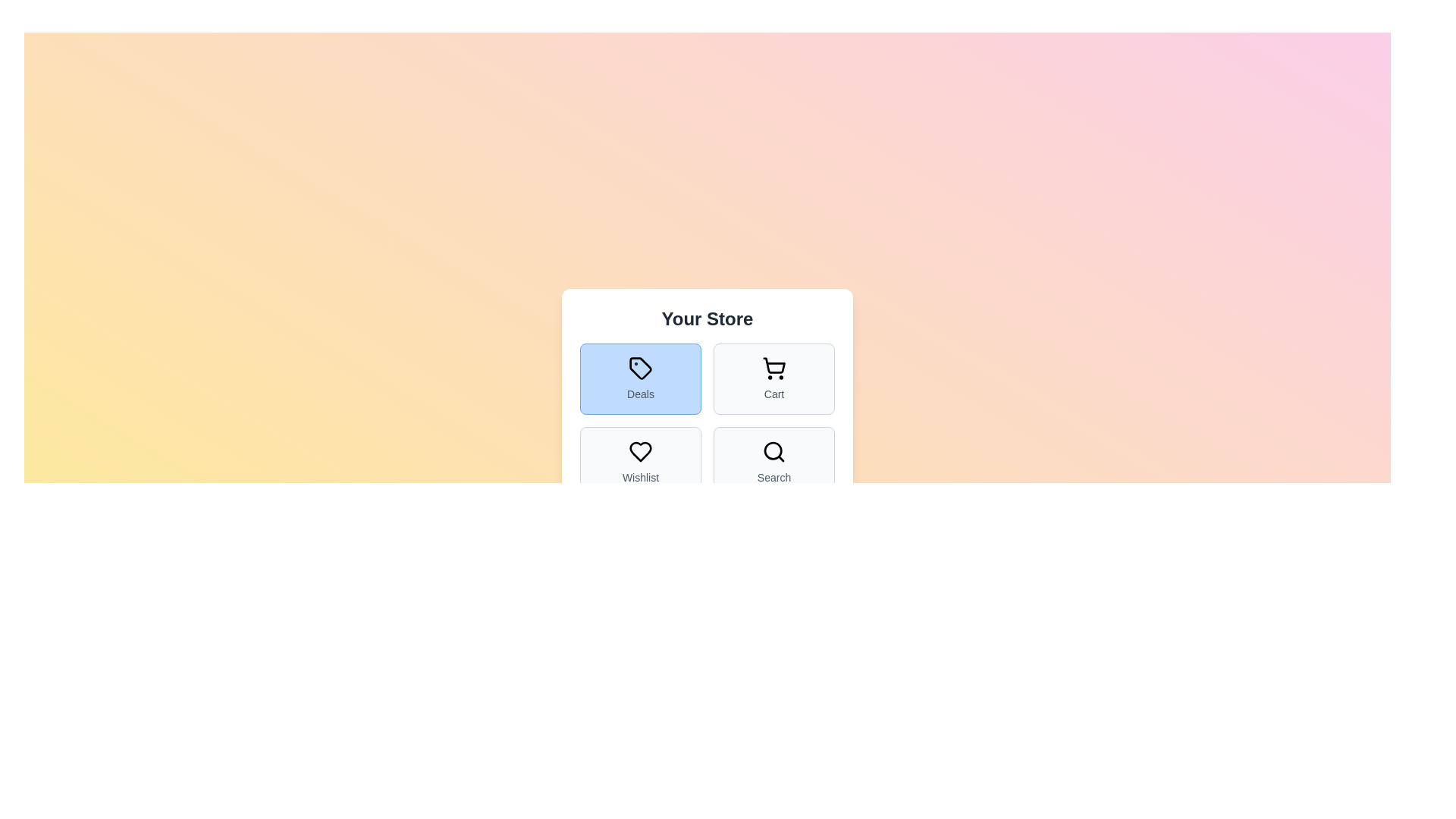  What do you see at coordinates (640, 461) in the screenshot?
I see `the tab corresponding to Wishlist to select it` at bounding box center [640, 461].